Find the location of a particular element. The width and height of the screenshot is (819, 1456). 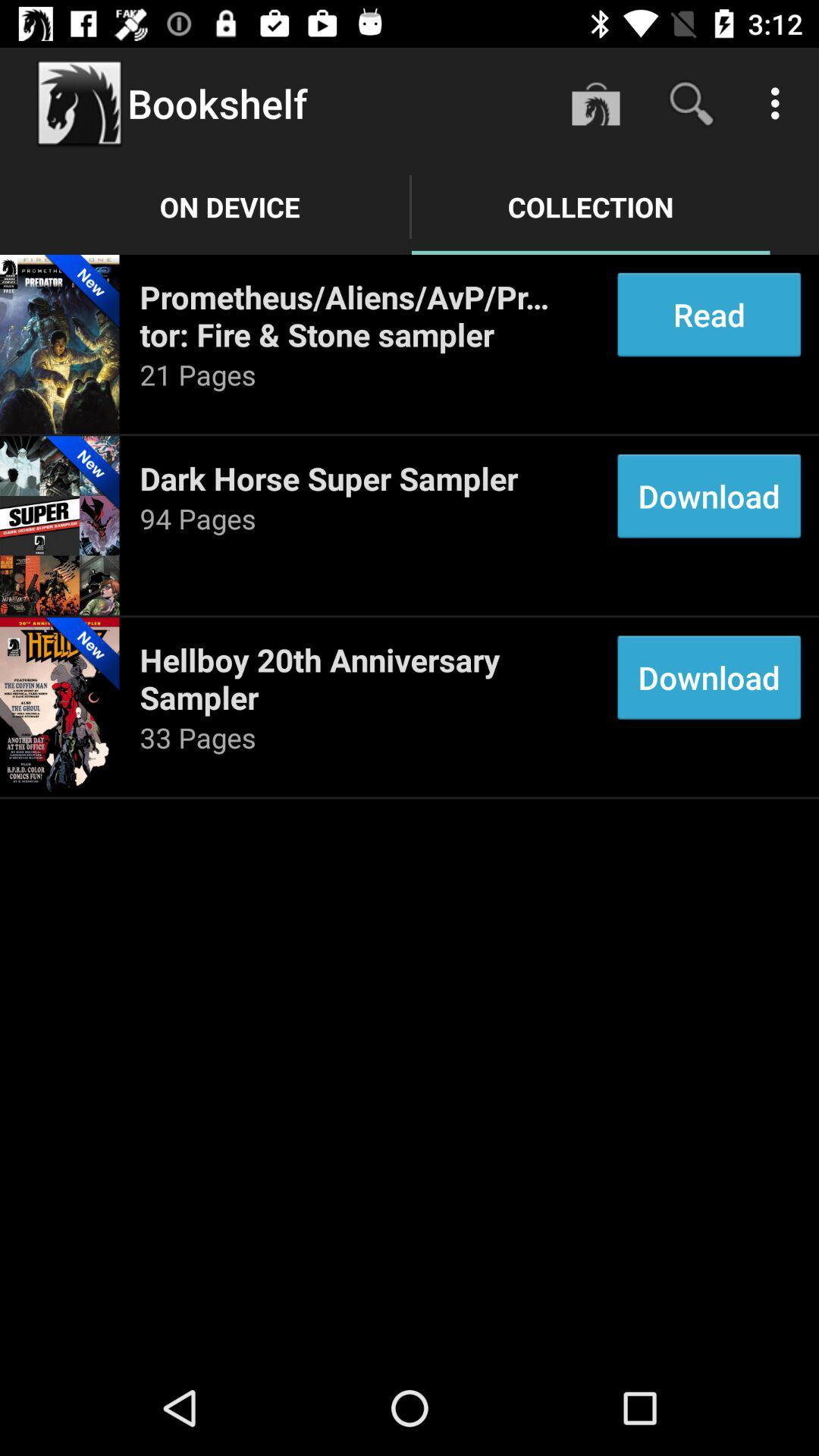

icon above the download is located at coordinates (709, 314).